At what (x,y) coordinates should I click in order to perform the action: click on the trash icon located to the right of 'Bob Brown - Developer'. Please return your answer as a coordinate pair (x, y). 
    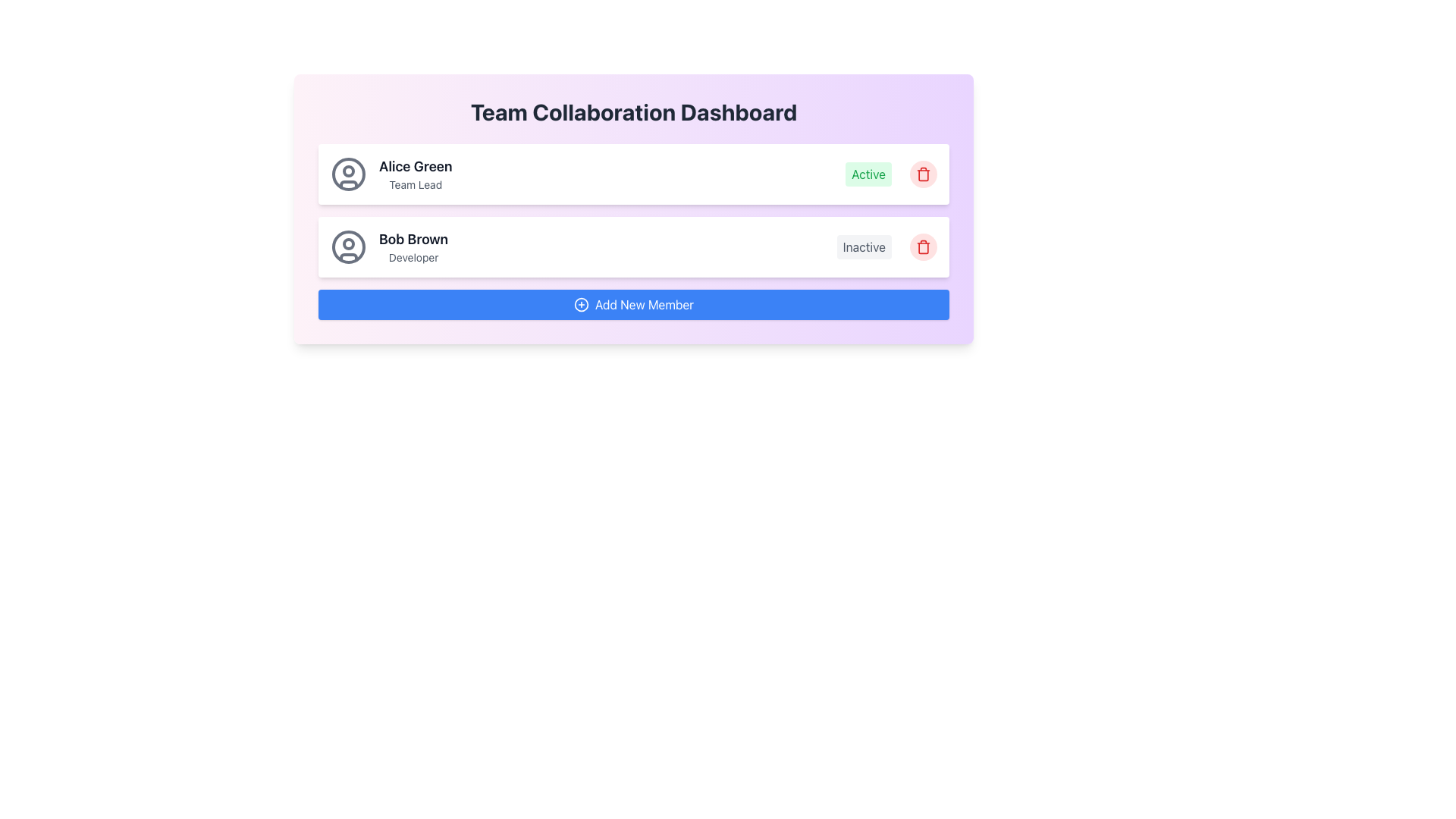
    Looking at the image, I should click on (923, 247).